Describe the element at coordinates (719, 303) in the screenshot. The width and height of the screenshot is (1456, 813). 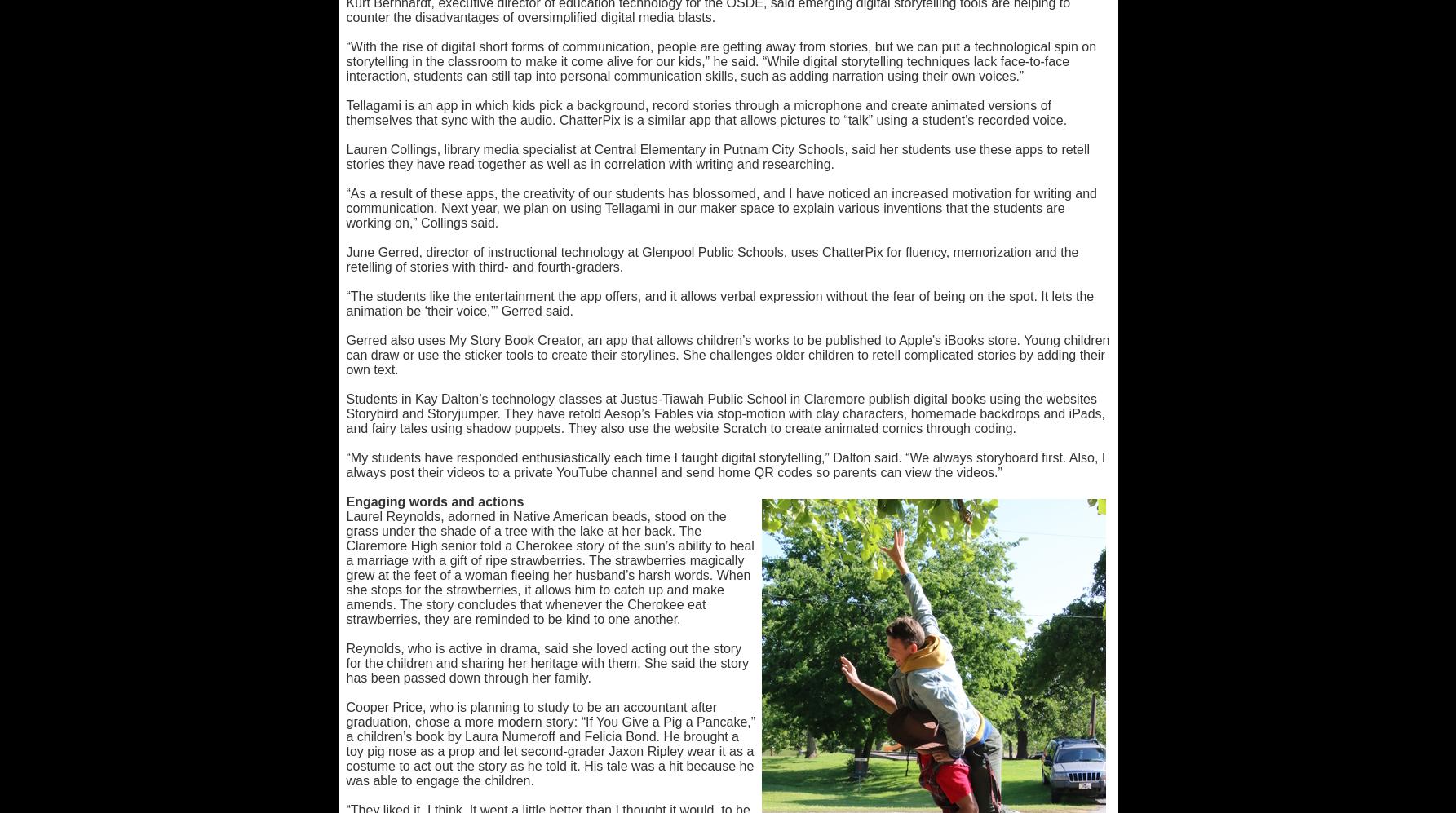
I see `'“The students like the entertainment the app offers, and it allows verbal expression without the fear of being on the spot. It lets the animation be ‘their voice,’” Gerred said.'` at that location.